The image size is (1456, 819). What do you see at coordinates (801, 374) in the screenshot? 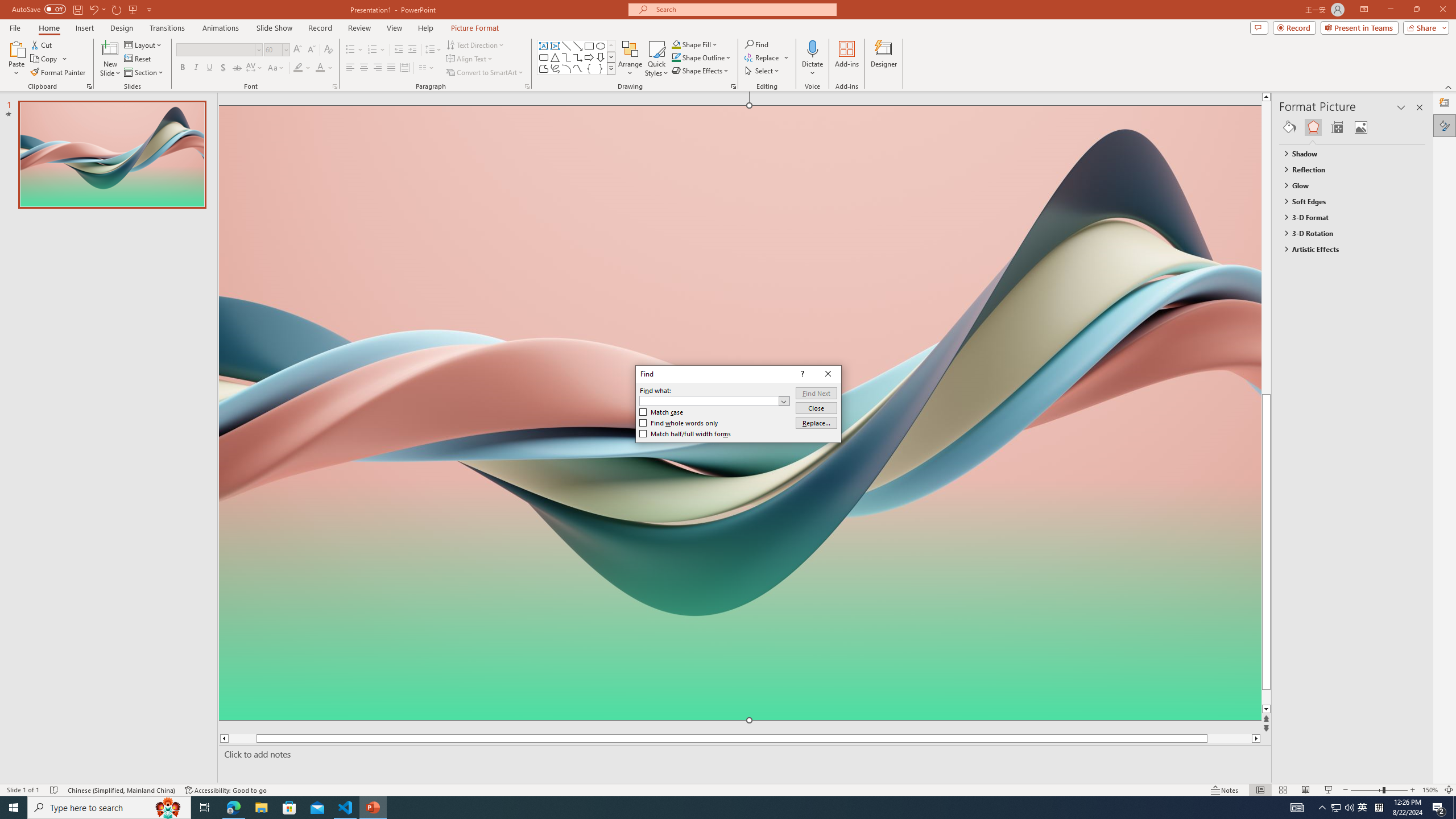
I see `'Context help'` at bounding box center [801, 374].